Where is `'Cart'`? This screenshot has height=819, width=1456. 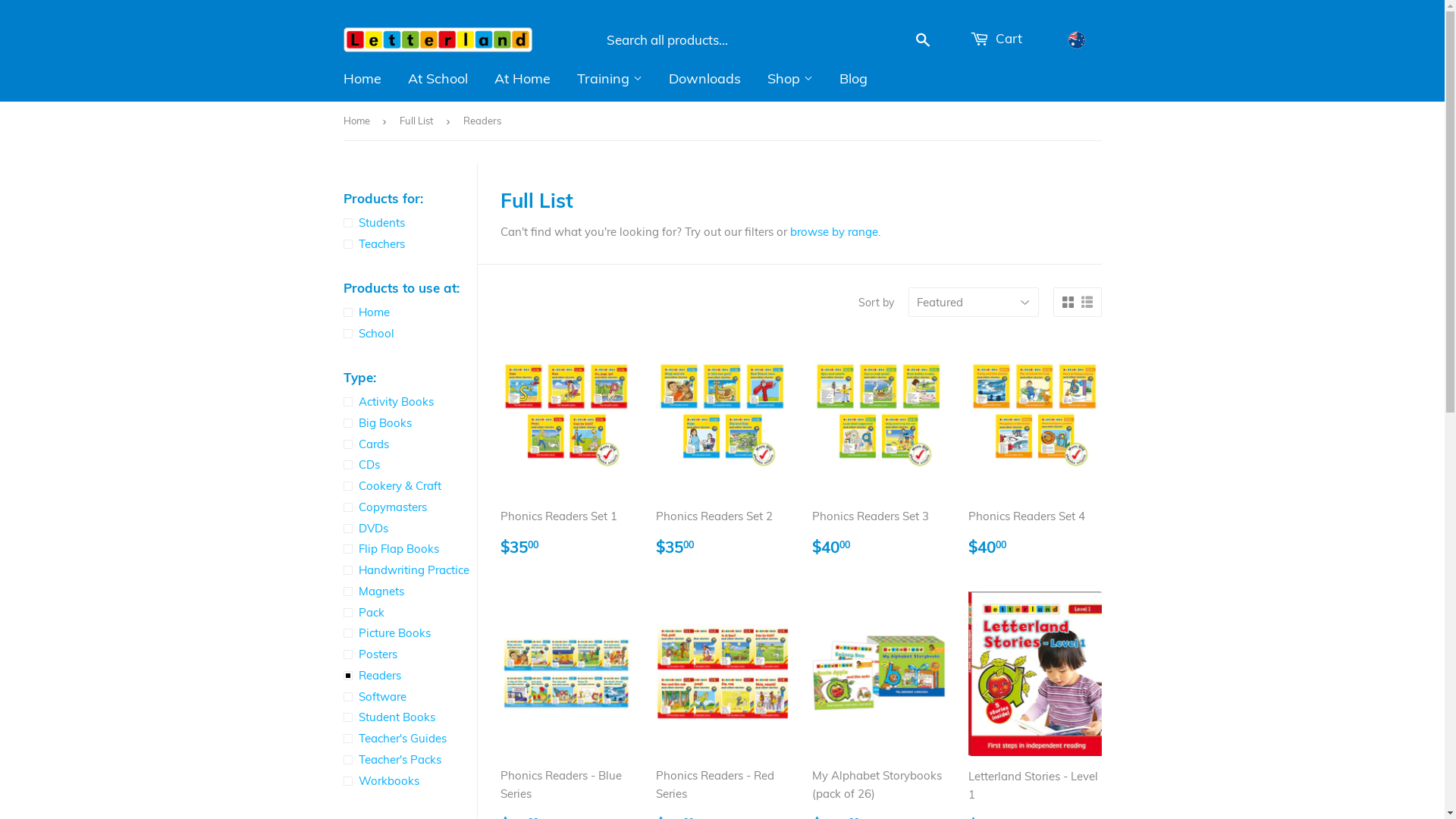
'Cart' is located at coordinates (996, 38).